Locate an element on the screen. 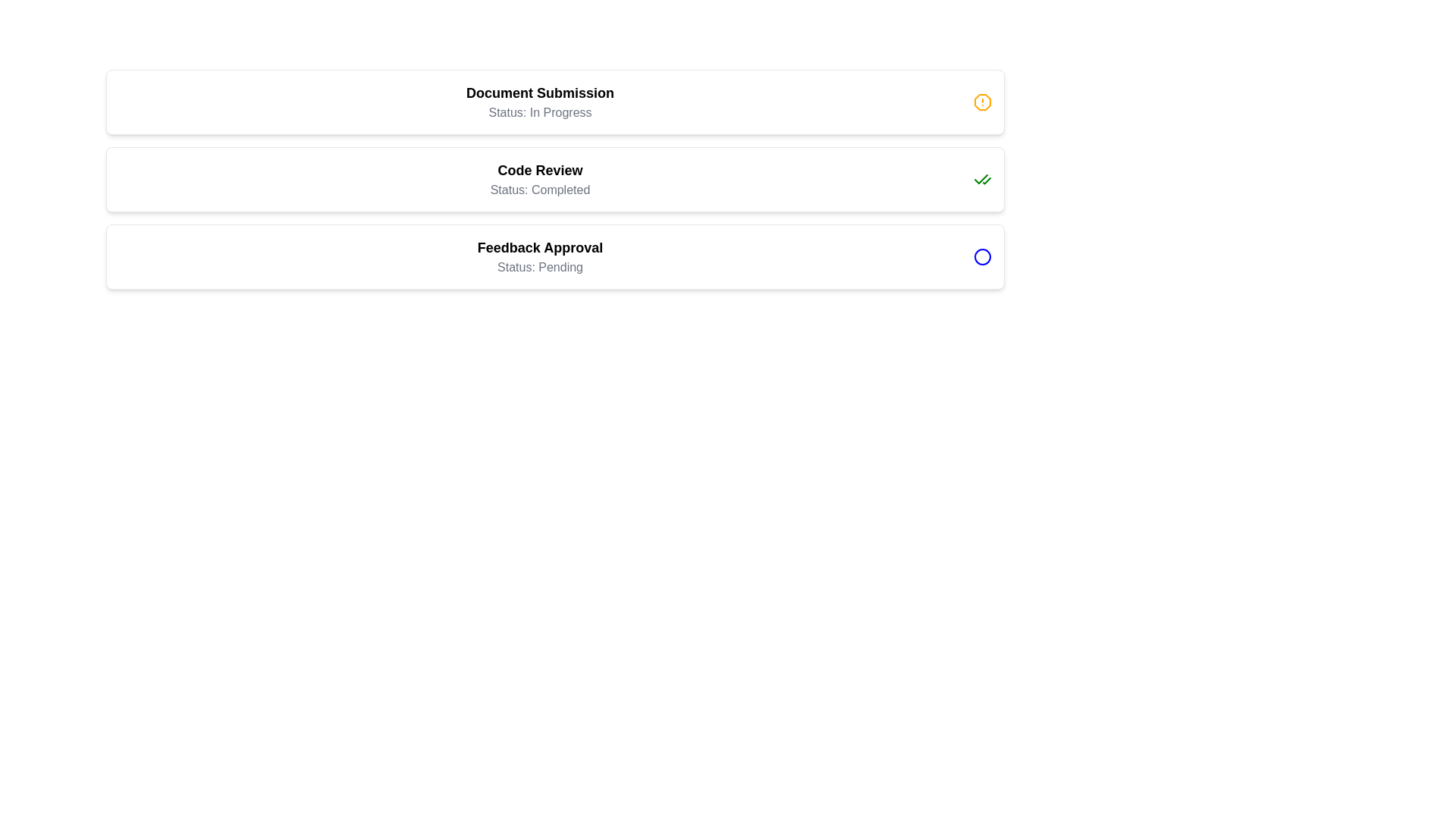 This screenshot has height=819, width=1456. the label displaying 'Code Review' and 'Status: Completed', which is the second item in a vertical list of three elements is located at coordinates (540, 178).